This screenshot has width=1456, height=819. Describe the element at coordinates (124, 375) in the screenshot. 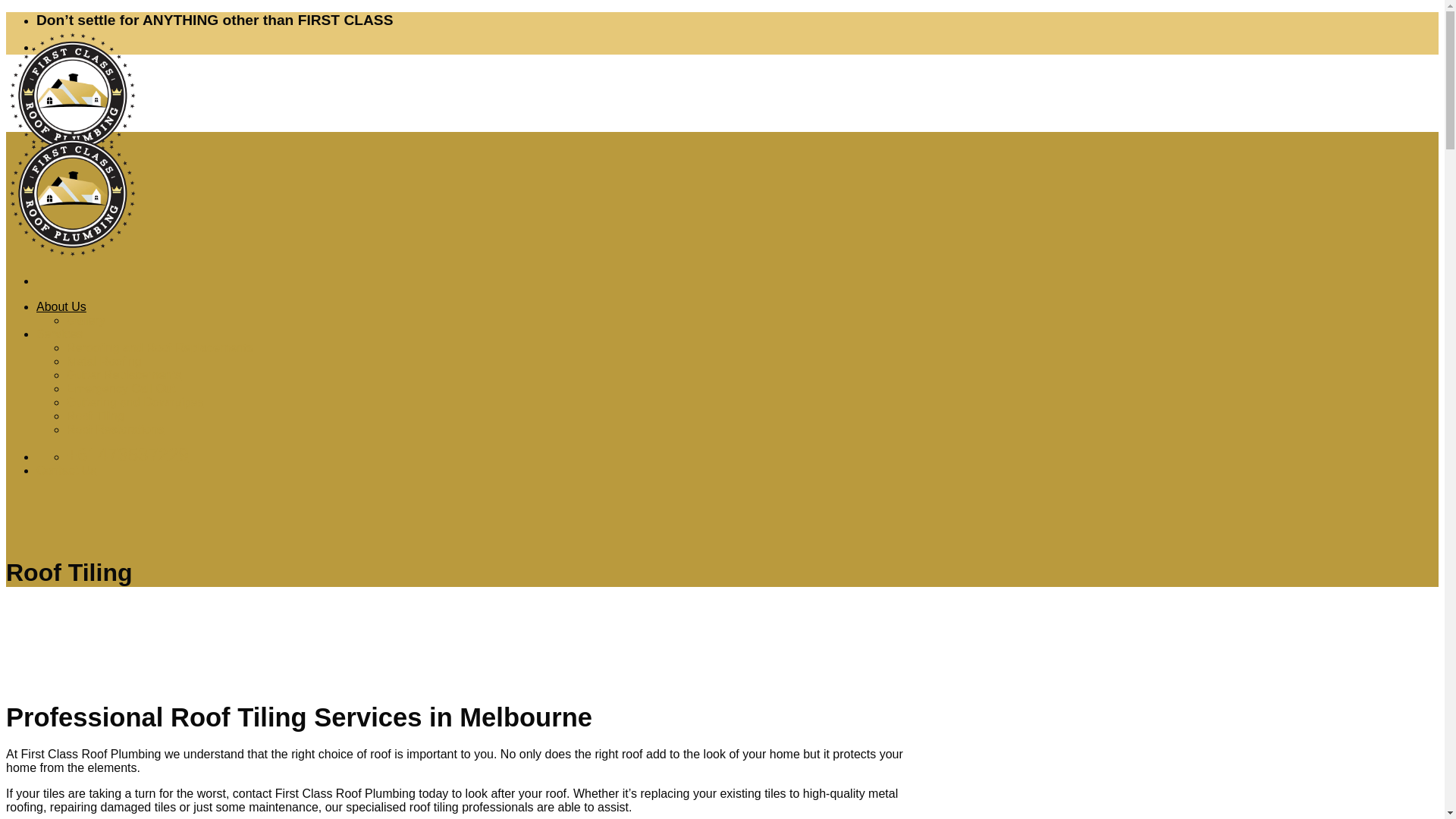

I see `'Gutter Replacements'` at that location.